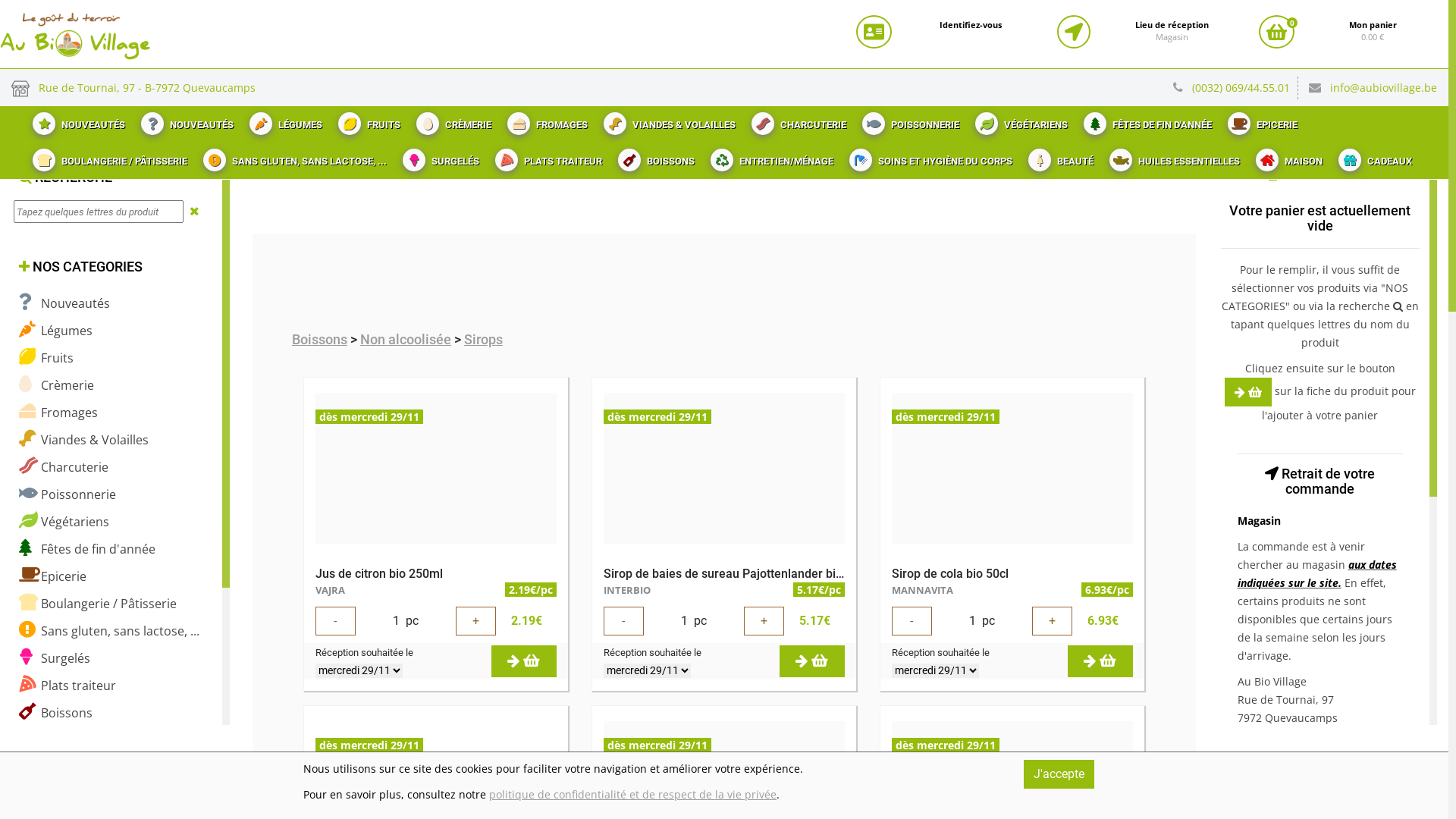 This screenshot has height=819, width=1456. I want to click on 'MAISON', so click(1245, 157).